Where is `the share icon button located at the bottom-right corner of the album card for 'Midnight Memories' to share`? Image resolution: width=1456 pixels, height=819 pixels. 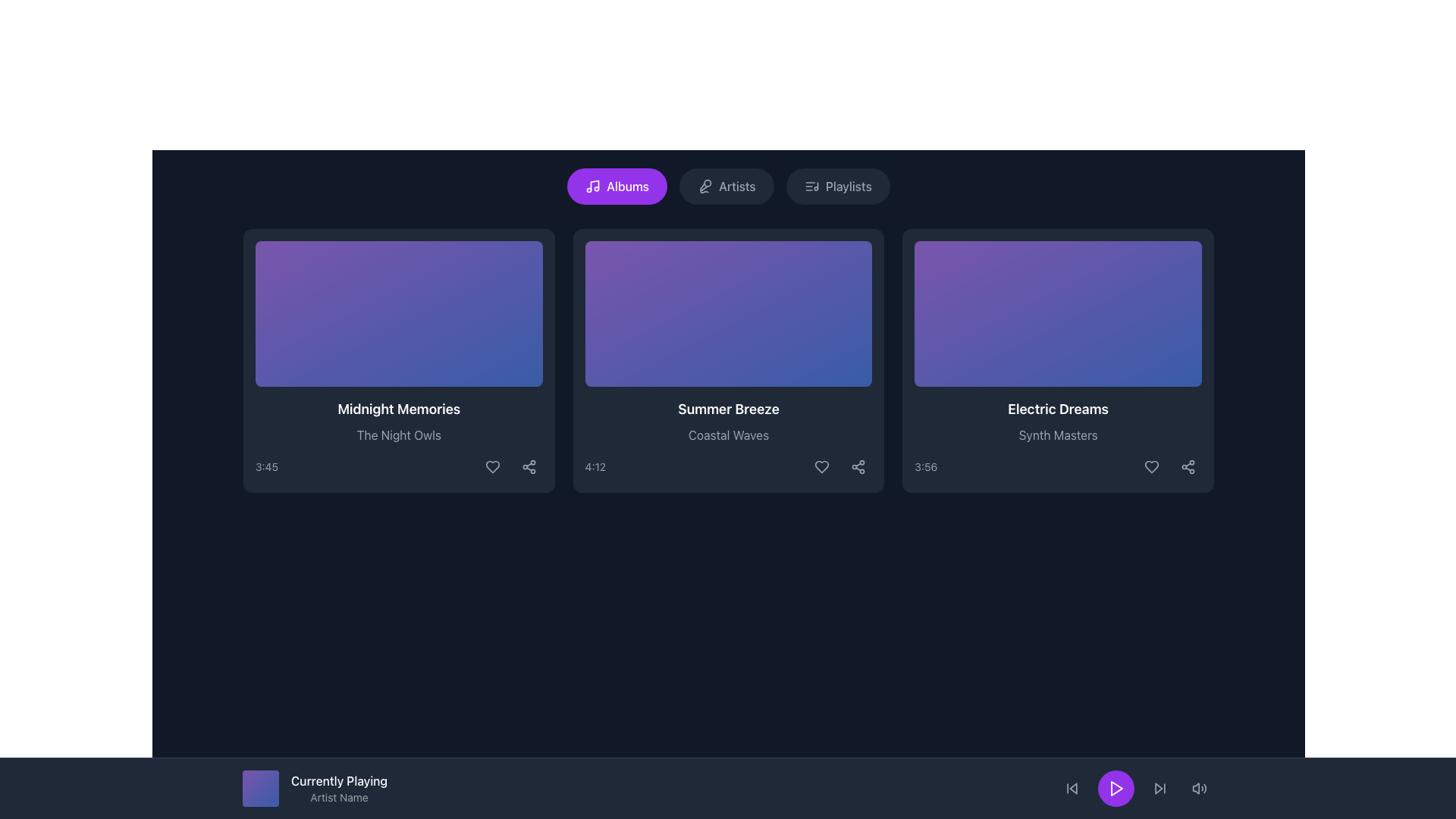
the share icon button located at the bottom-right corner of the album card for 'Midnight Memories' to share is located at coordinates (529, 466).